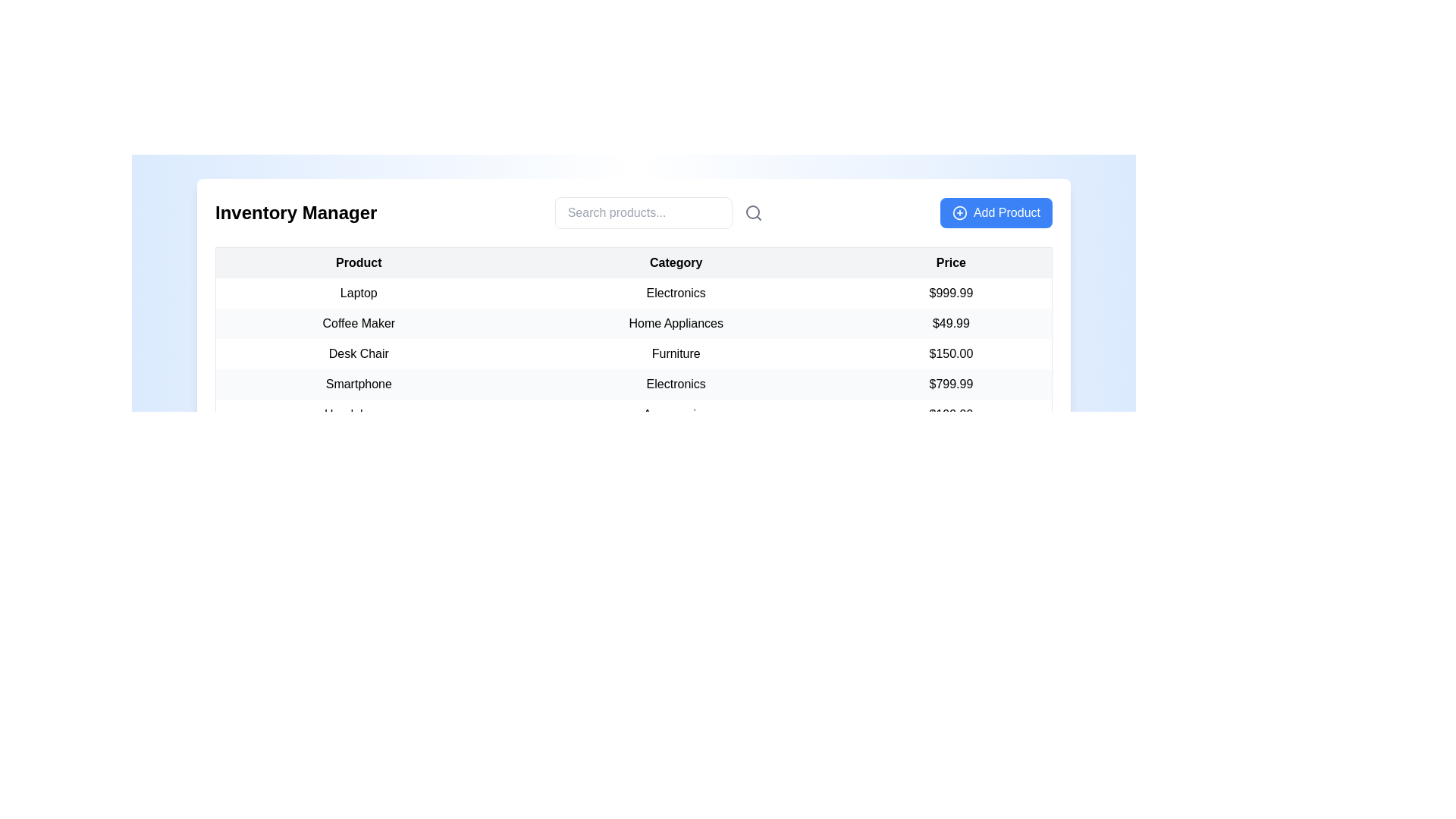 The image size is (1456, 819). I want to click on the search icon located to the immediate right of the text input field with the placeholder 'Search products...' to initiate a search, so click(753, 213).